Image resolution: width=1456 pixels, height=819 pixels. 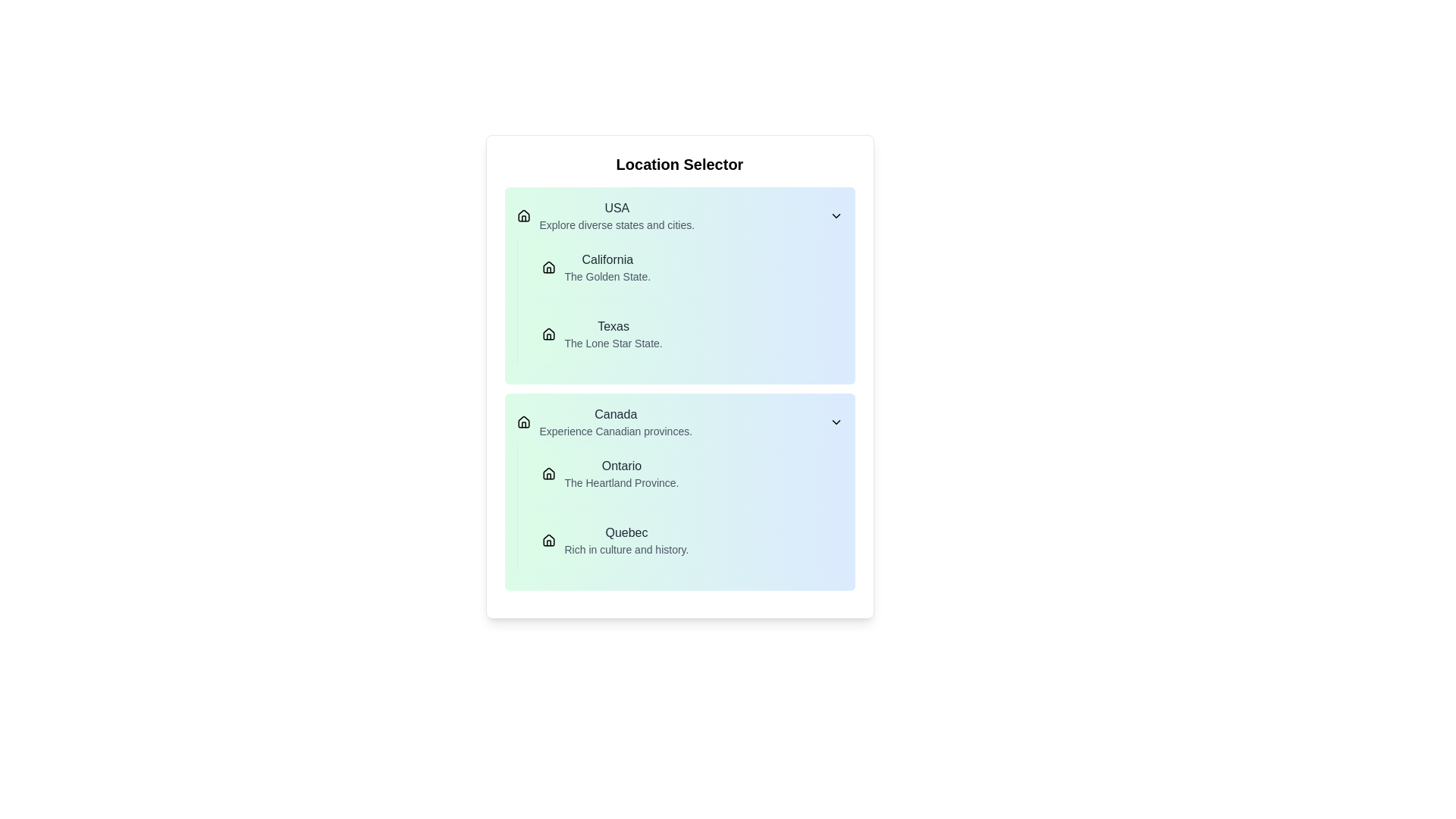 I want to click on the USA dropdown menu header, so click(x=679, y=216).